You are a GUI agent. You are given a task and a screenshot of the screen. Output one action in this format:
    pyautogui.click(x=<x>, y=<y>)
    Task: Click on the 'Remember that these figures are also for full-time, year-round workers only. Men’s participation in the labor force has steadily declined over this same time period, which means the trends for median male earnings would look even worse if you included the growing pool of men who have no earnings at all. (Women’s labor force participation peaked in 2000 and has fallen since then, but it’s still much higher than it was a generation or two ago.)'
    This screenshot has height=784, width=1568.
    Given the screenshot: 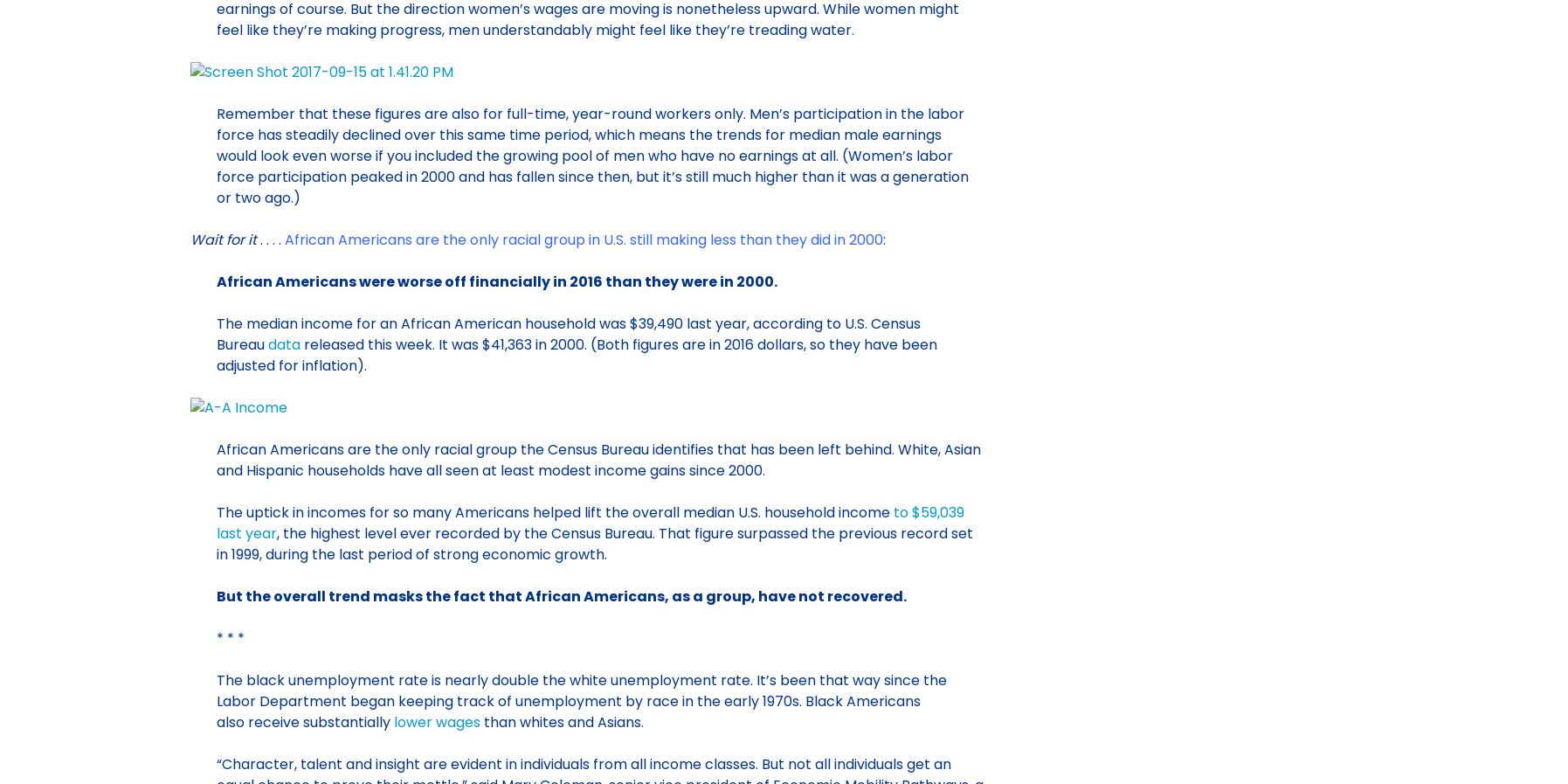 What is the action you would take?
    pyautogui.click(x=591, y=154)
    